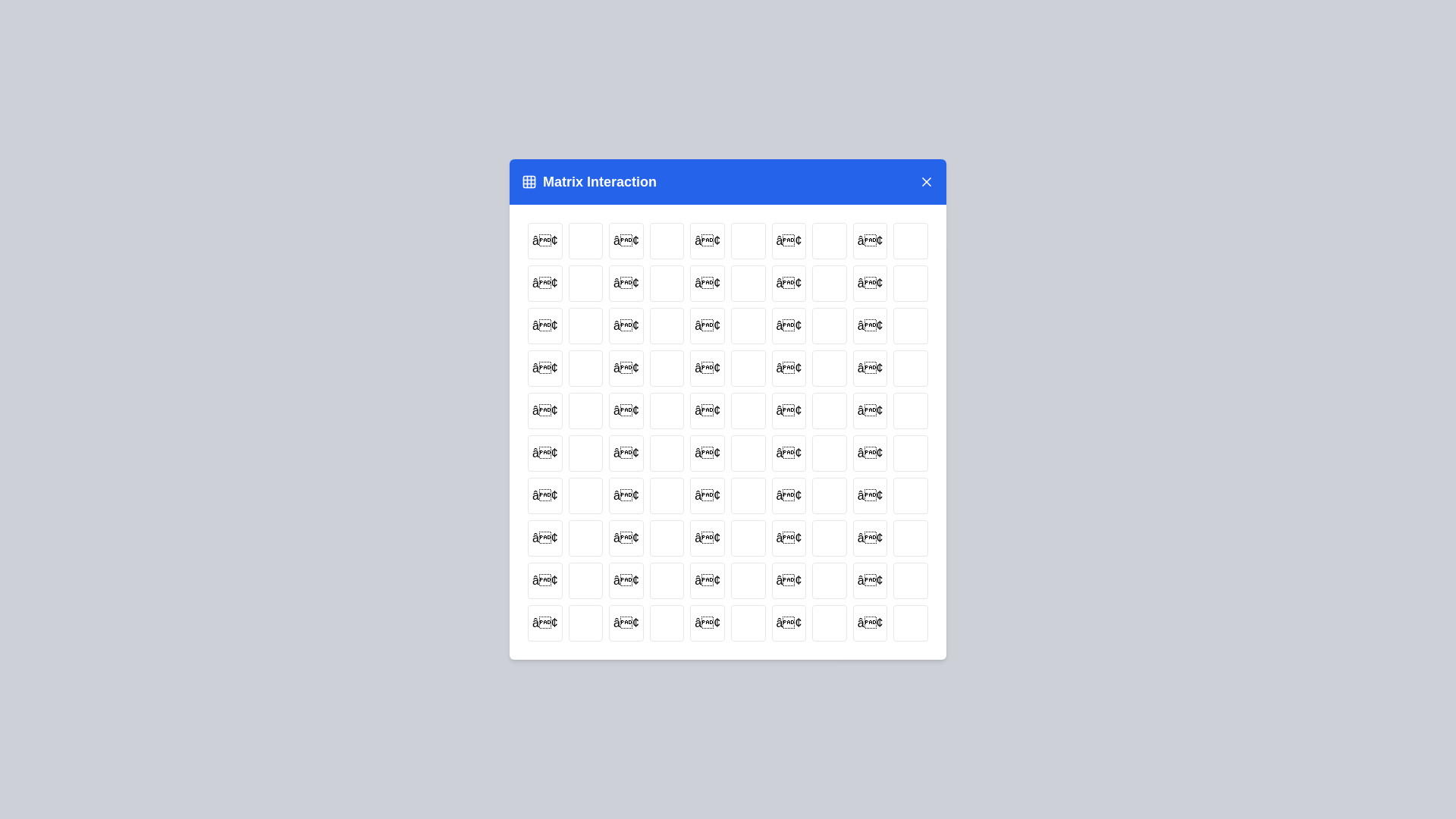 The height and width of the screenshot is (819, 1456). What do you see at coordinates (926, 180) in the screenshot?
I see `the close button to toggle the dialog visibility` at bounding box center [926, 180].